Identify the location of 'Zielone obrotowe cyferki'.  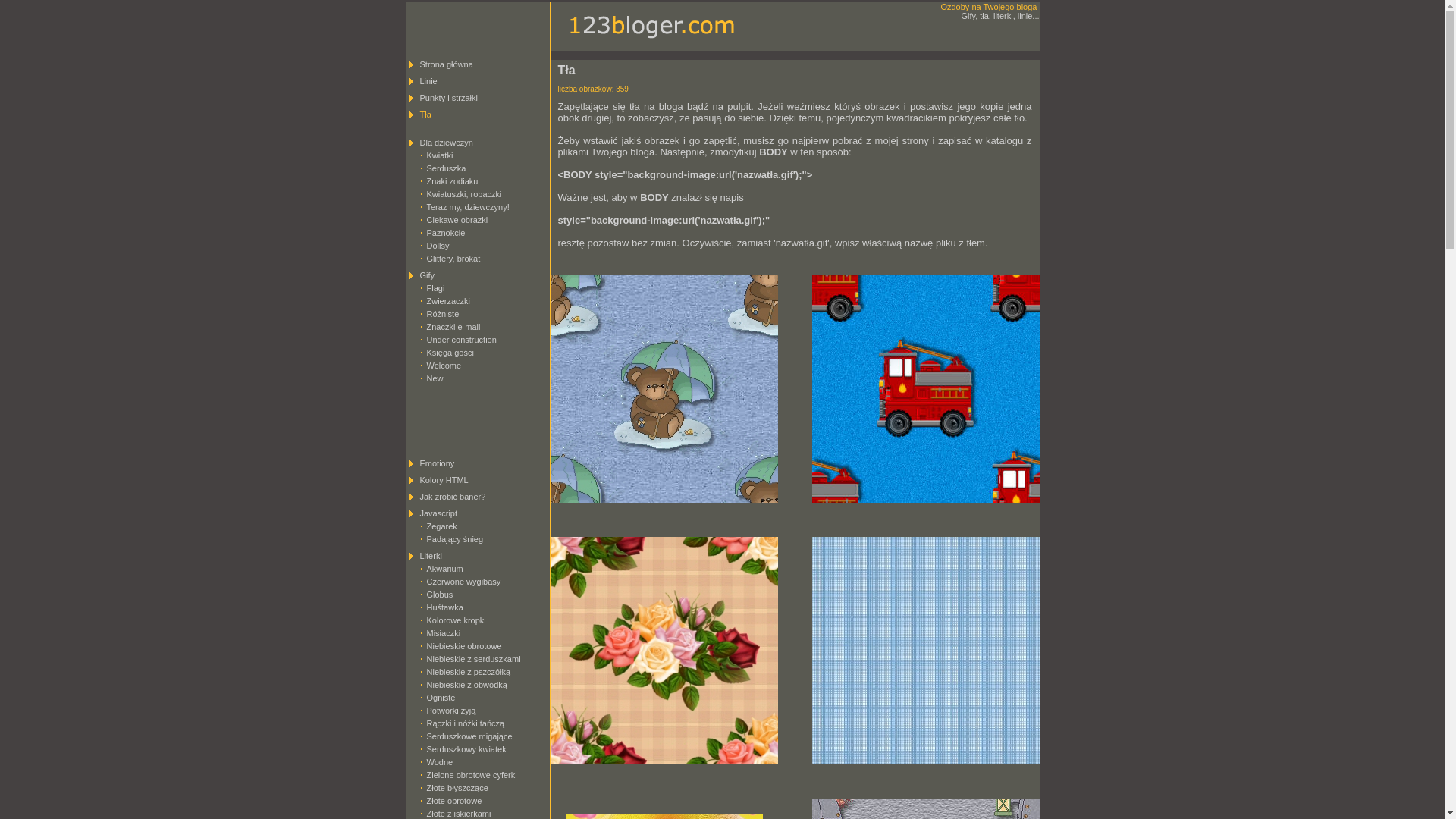
(470, 775).